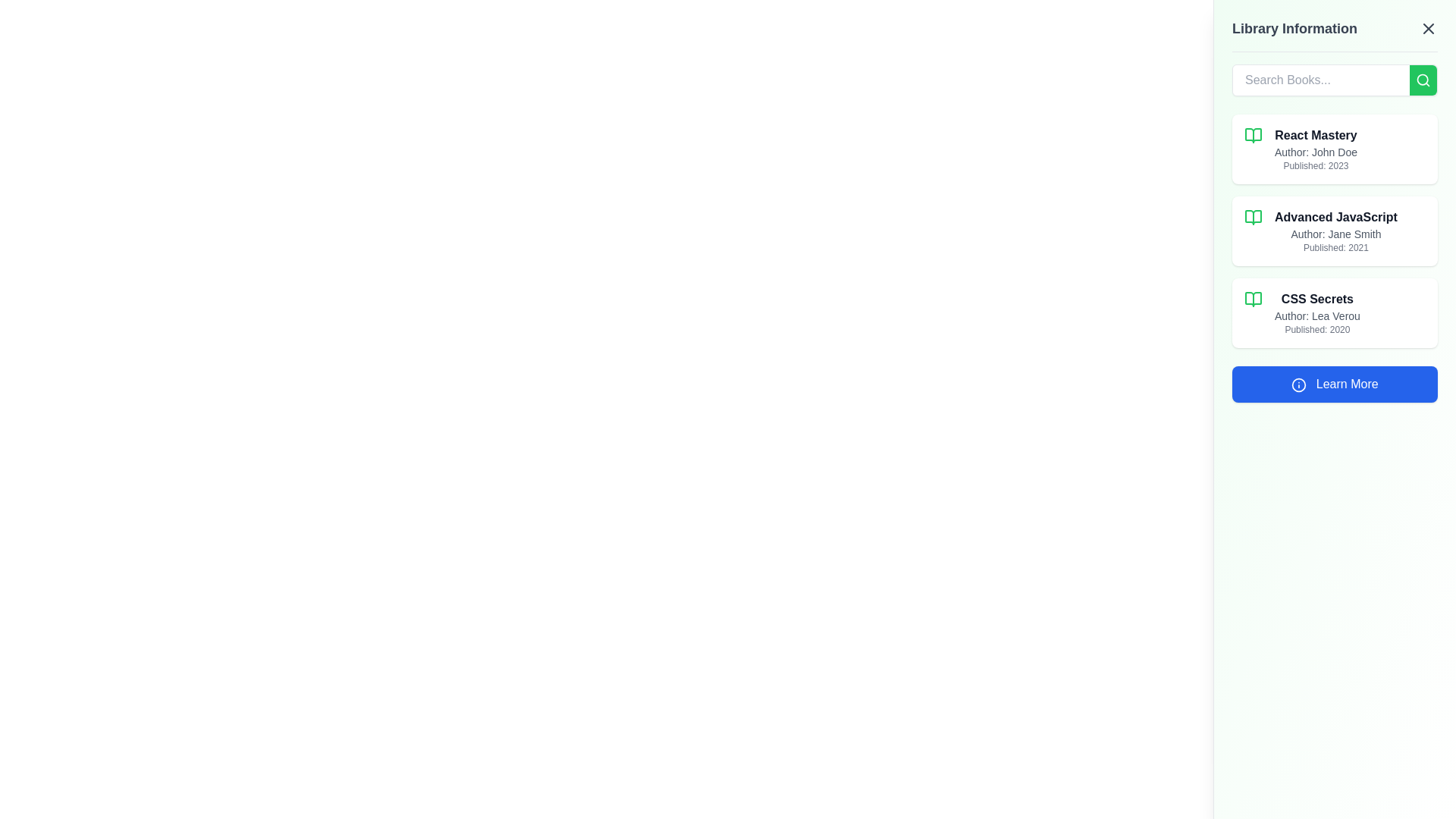  What do you see at coordinates (1315, 152) in the screenshot?
I see `the text label displaying the author's name for the book 'React Mastery', which is positioned between the title and publication date in the list panel` at bounding box center [1315, 152].